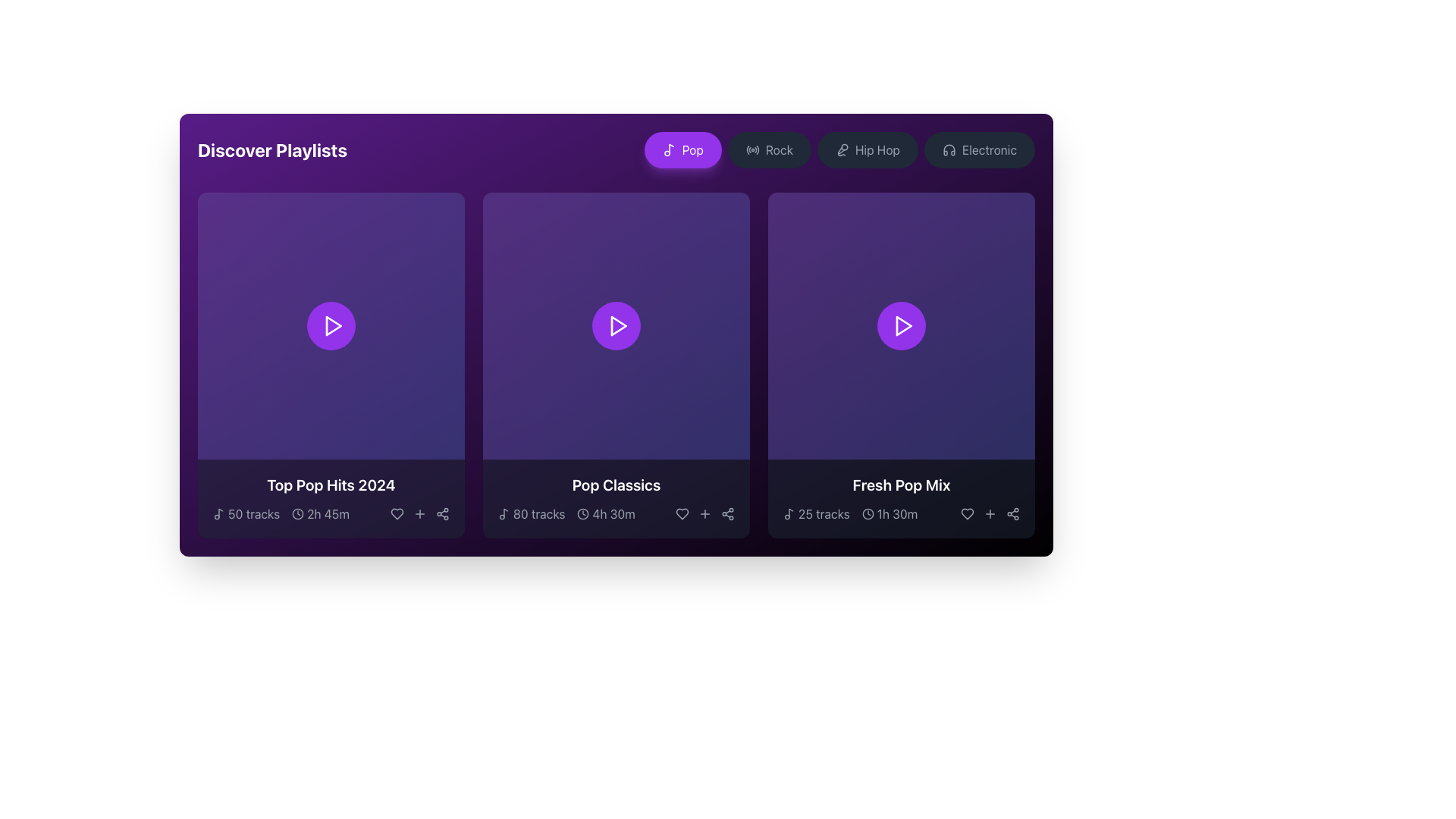 Image resolution: width=1456 pixels, height=819 pixels. What do you see at coordinates (868, 513) in the screenshot?
I see `the SVG circle element that represents the clock's face, which is centrally located within the clock icon` at bounding box center [868, 513].